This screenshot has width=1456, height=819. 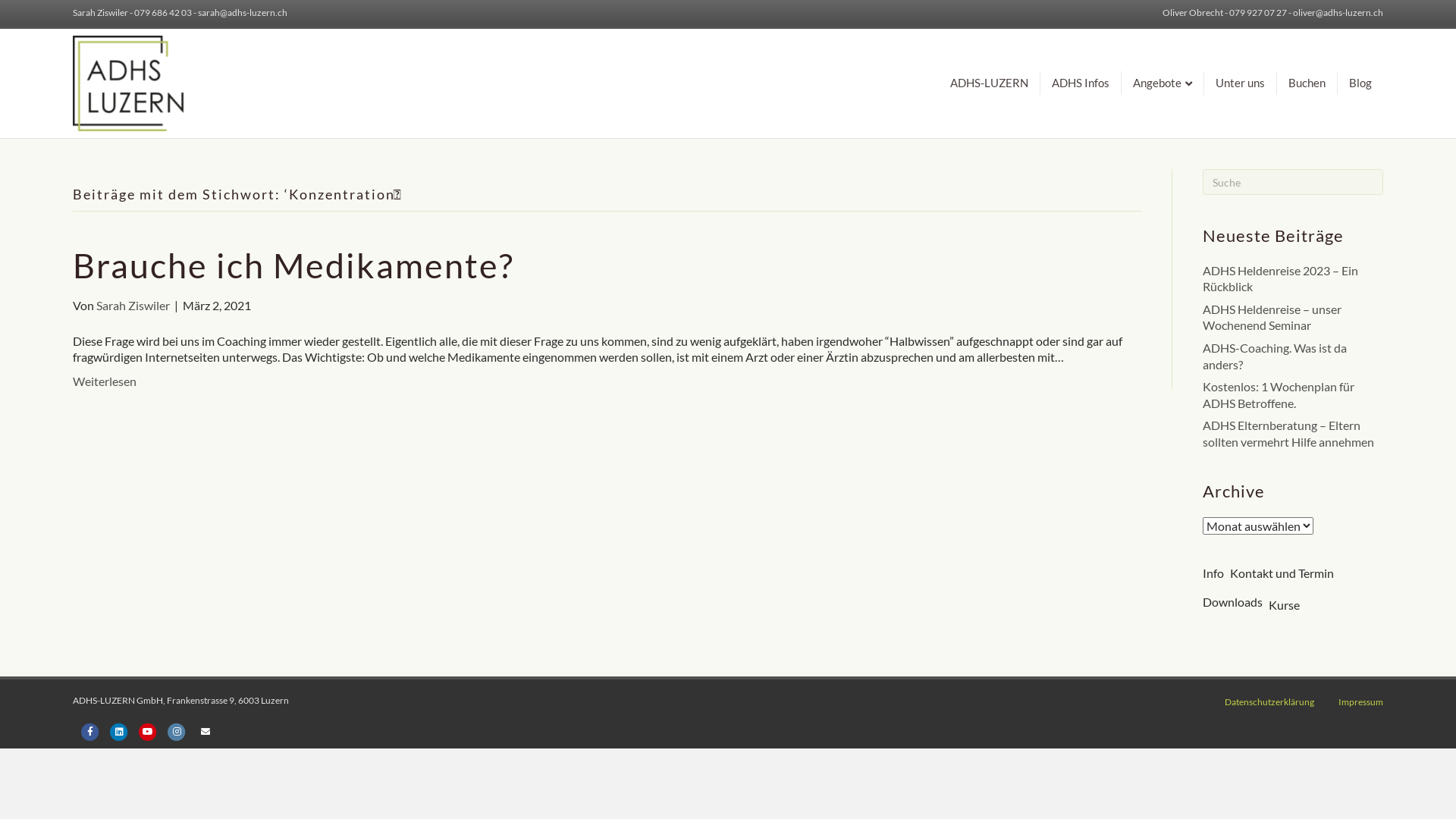 What do you see at coordinates (1274, 356) in the screenshot?
I see `'ADHS-Coaching. Was ist da anders?'` at bounding box center [1274, 356].